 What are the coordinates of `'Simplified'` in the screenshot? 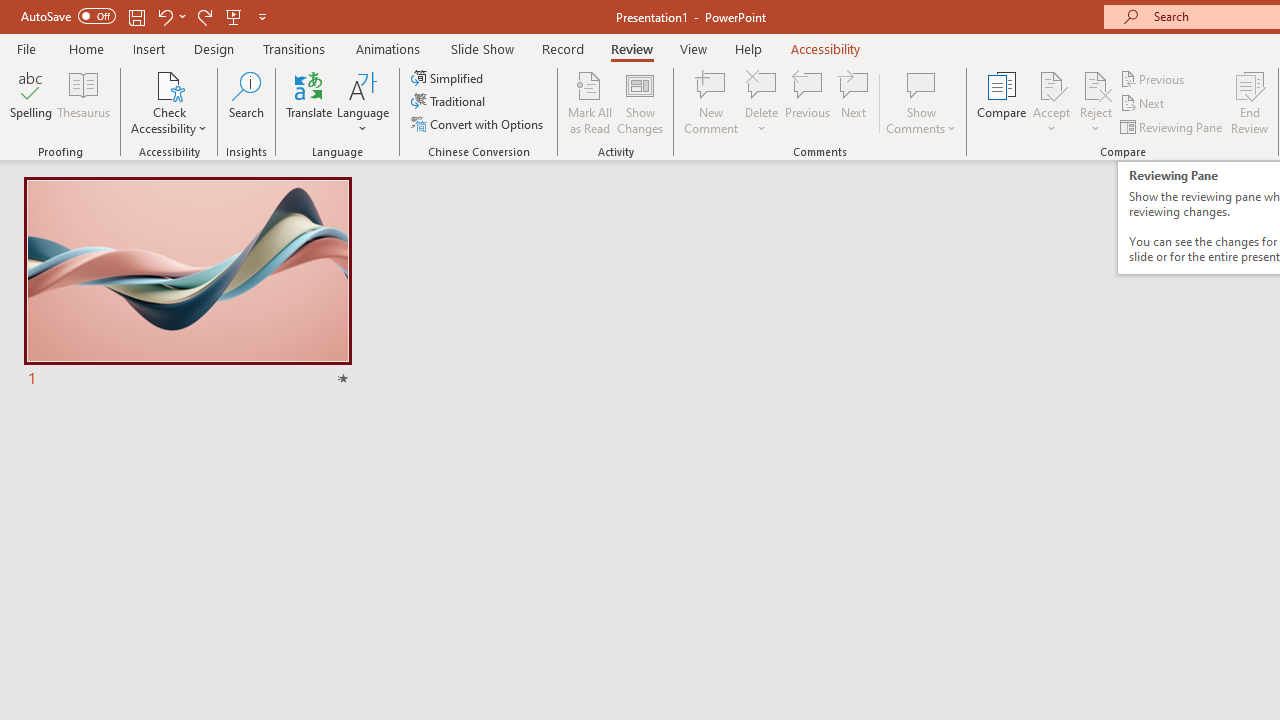 It's located at (448, 77).